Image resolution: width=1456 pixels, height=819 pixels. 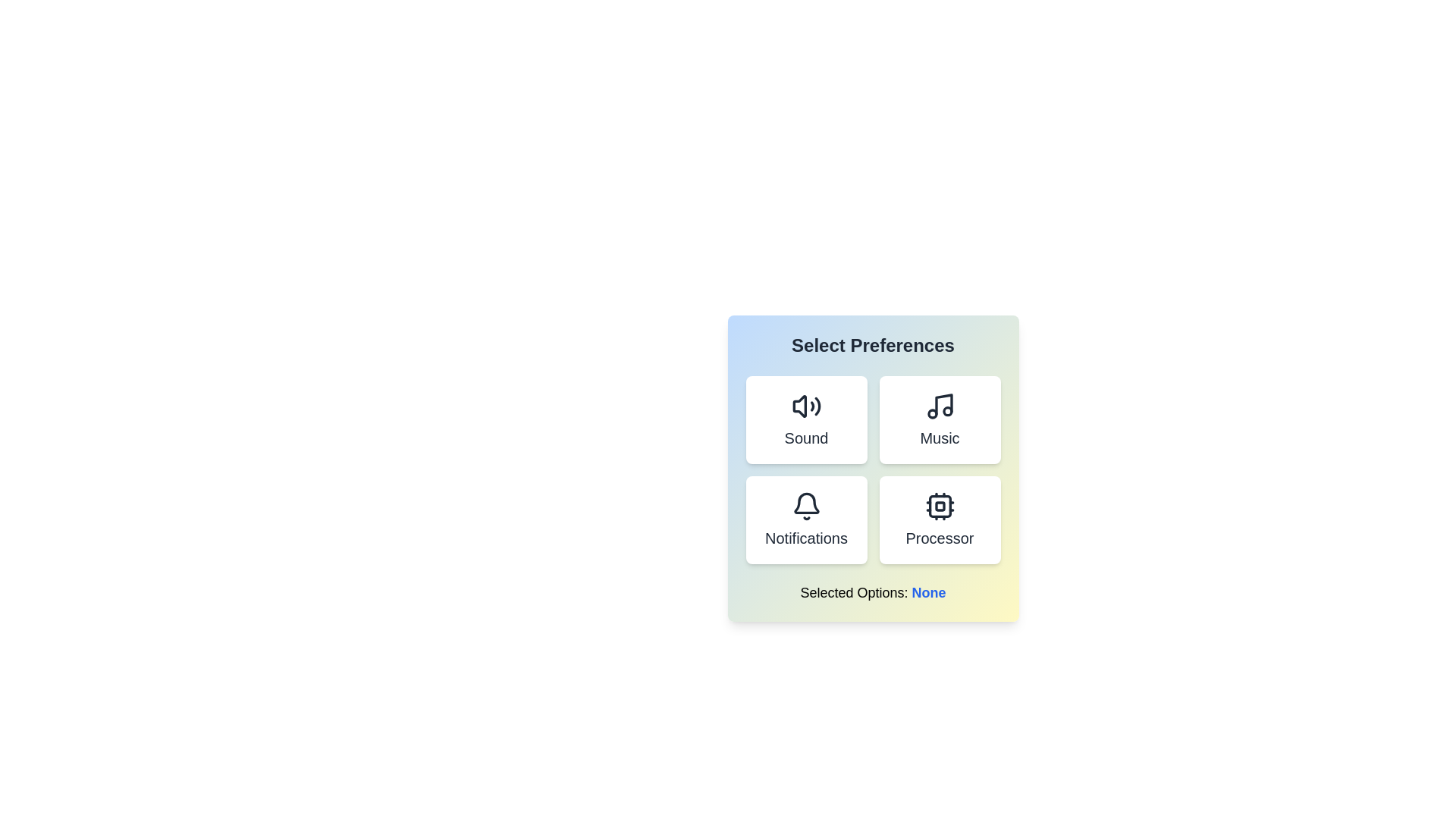 What do you see at coordinates (939, 519) in the screenshot?
I see `the preference Processor` at bounding box center [939, 519].